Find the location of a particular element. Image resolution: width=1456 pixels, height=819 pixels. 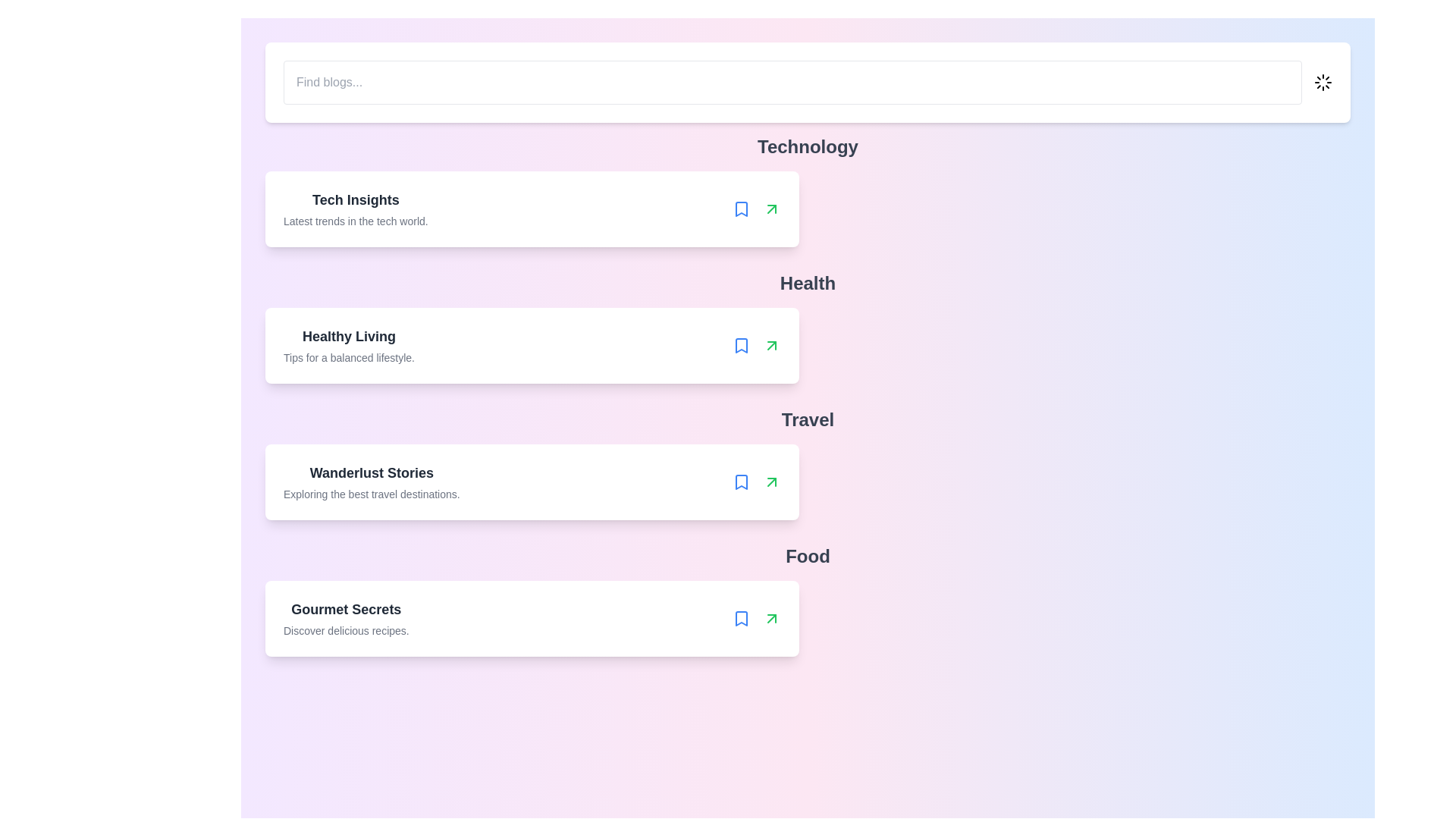

the Icon/Bookmark located at the top right corner of the 'Gourmet Secrets' card in the 'Food' section, adjacent to a right-facing arrow icon is located at coordinates (741, 619).